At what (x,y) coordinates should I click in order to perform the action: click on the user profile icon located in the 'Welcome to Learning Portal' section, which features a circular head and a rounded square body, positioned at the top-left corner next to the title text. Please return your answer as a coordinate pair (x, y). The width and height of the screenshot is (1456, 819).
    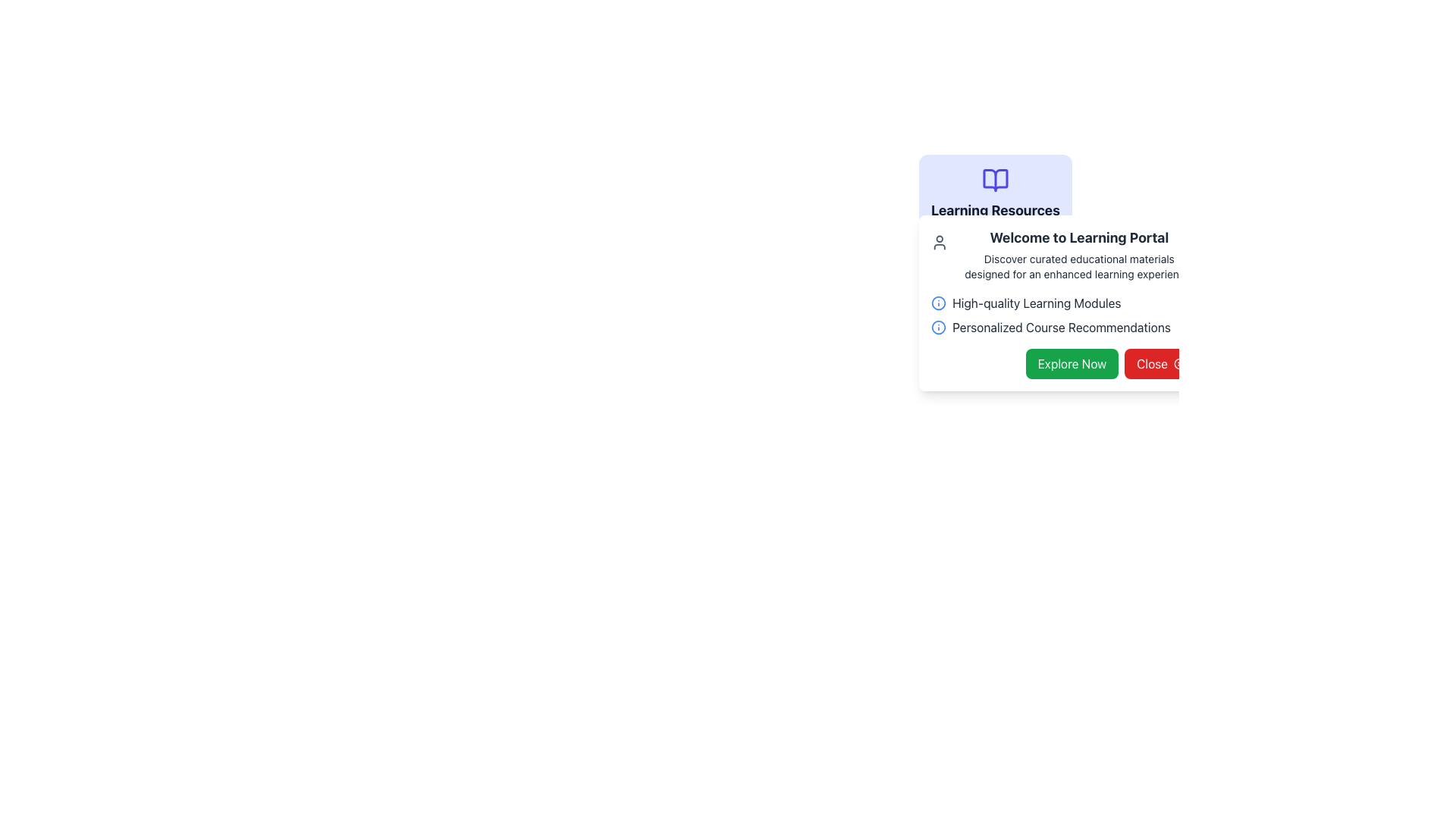
    Looking at the image, I should click on (939, 242).